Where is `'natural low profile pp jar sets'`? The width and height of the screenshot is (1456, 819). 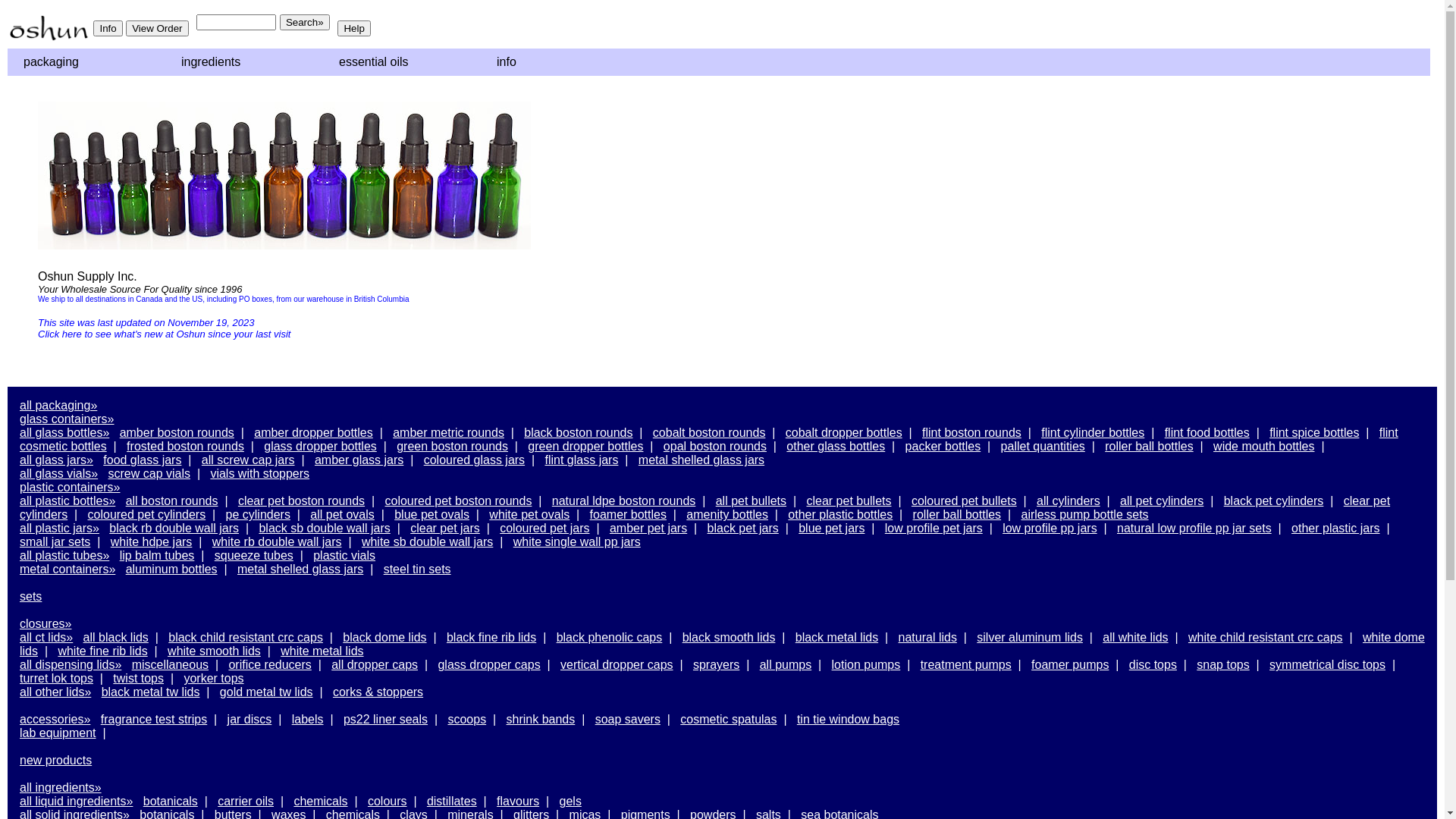 'natural low profile pp jar sets' is located at coordinates (1193, 527).